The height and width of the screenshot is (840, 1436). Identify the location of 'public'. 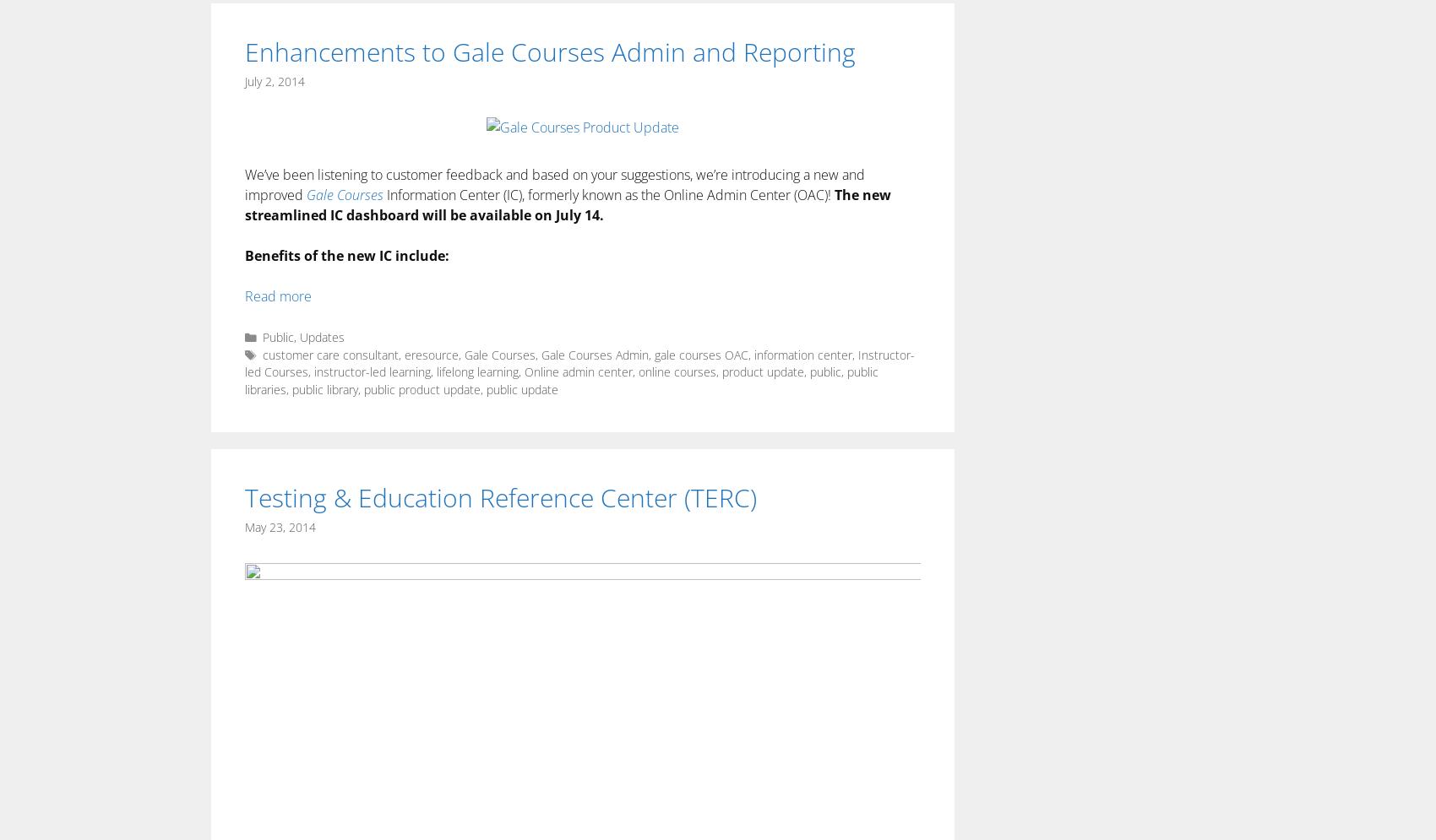
(824, 371).